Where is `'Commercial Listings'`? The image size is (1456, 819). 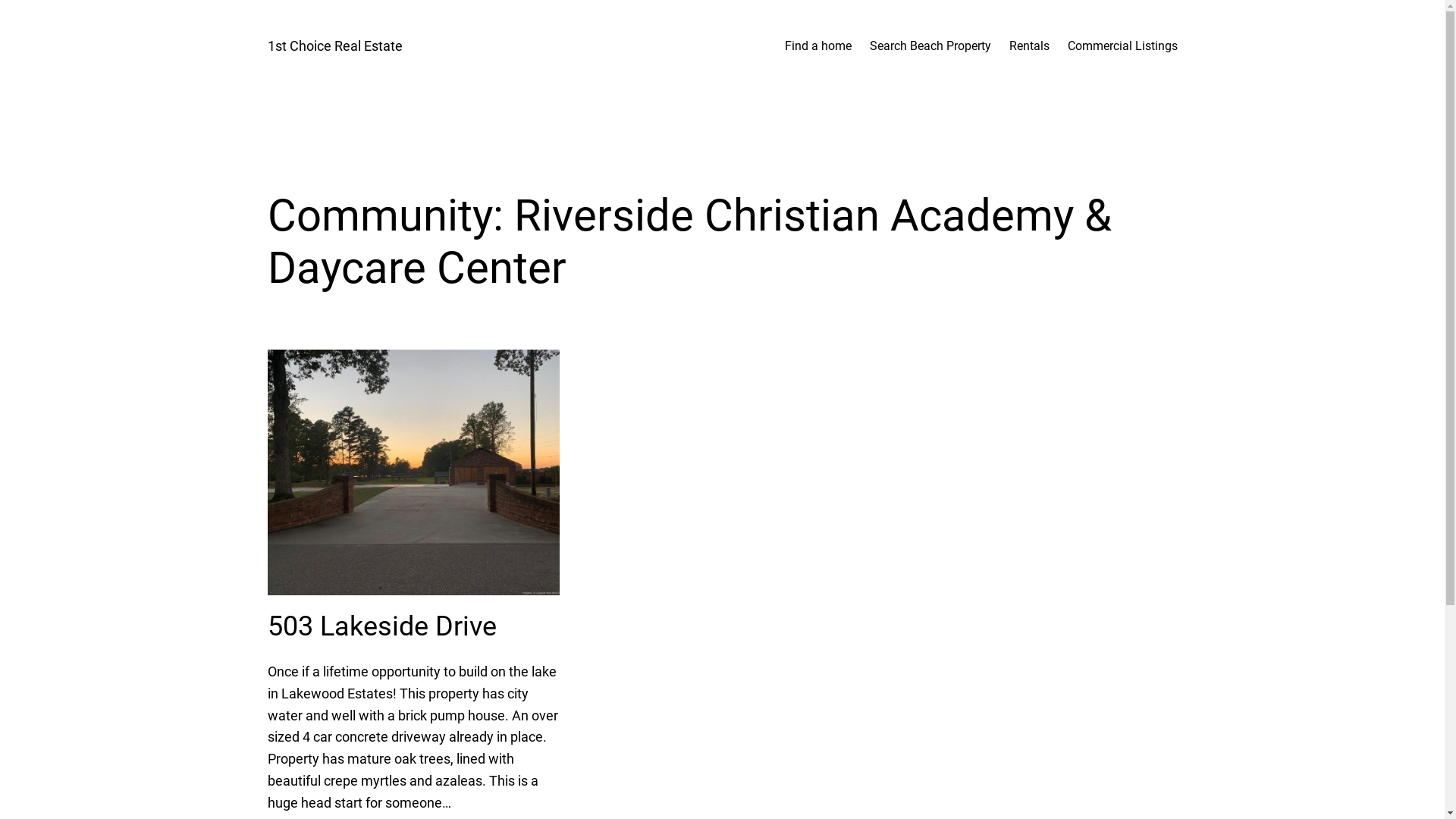
'Commercial Listings' is located at coordinates (1066, 45).